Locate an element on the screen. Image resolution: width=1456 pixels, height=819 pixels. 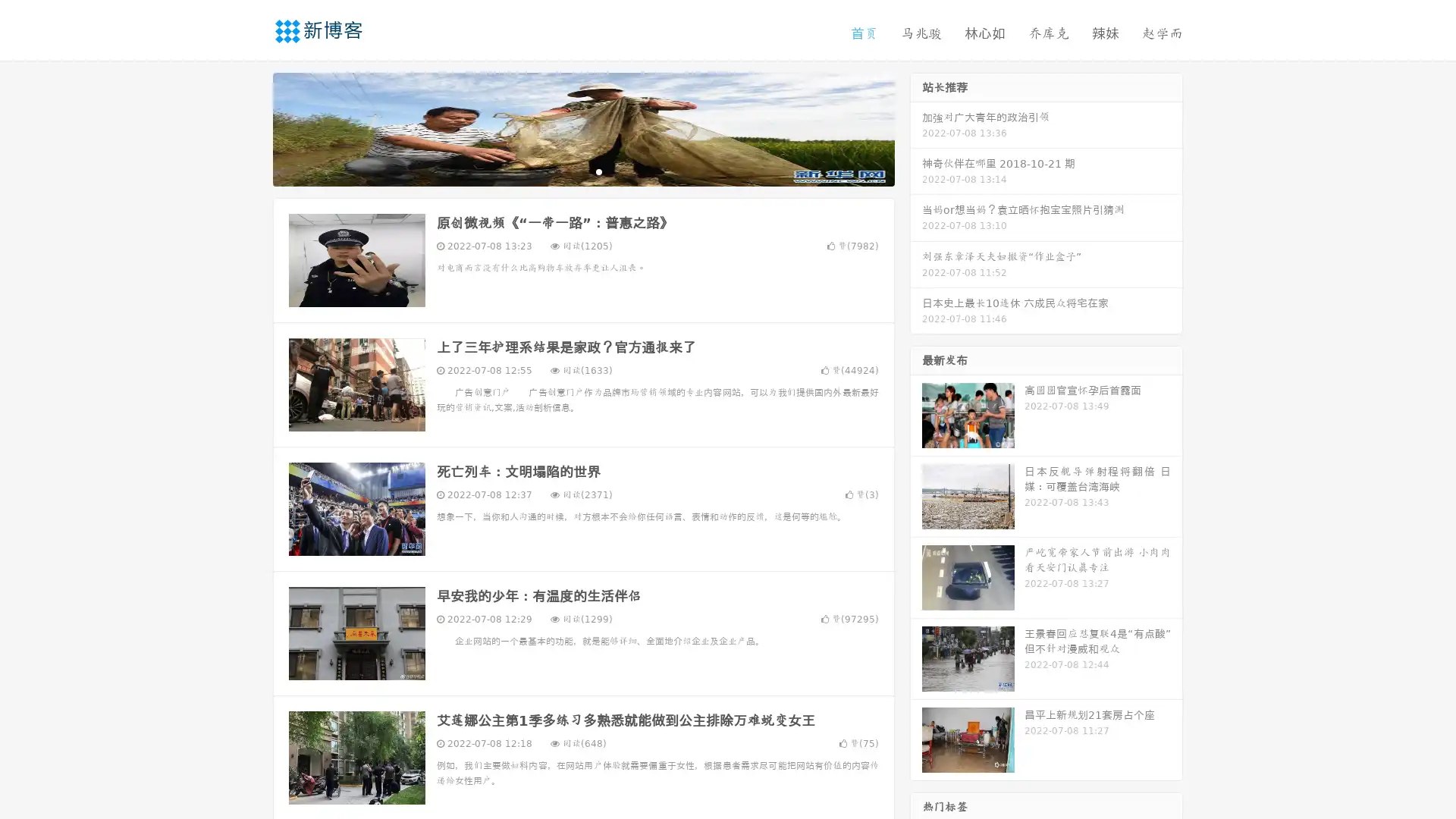
Go to slide 3 is located at coordinates (598, 171).